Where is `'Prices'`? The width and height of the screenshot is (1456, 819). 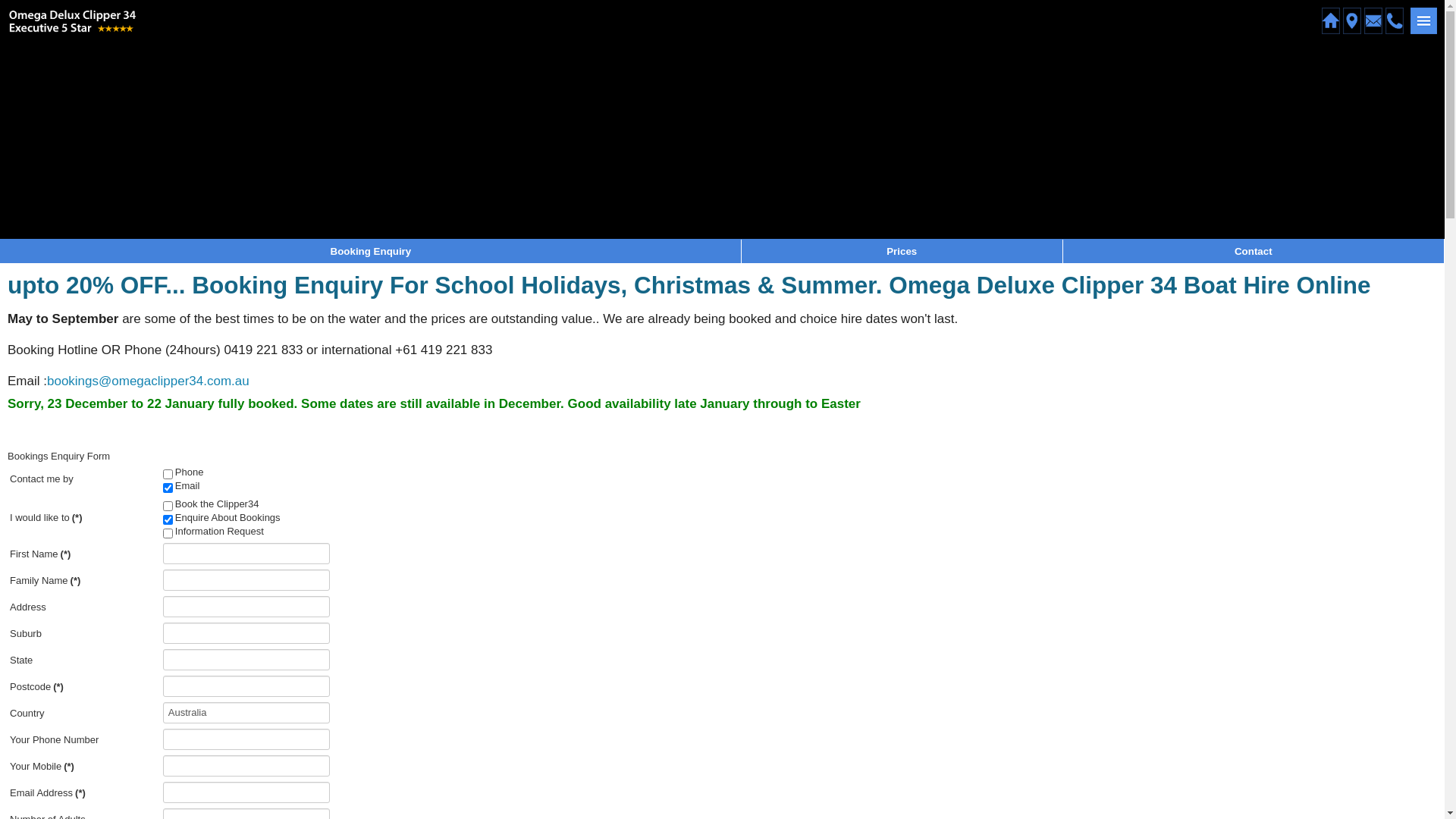
'Prices' is located at coordinates (902, 250).